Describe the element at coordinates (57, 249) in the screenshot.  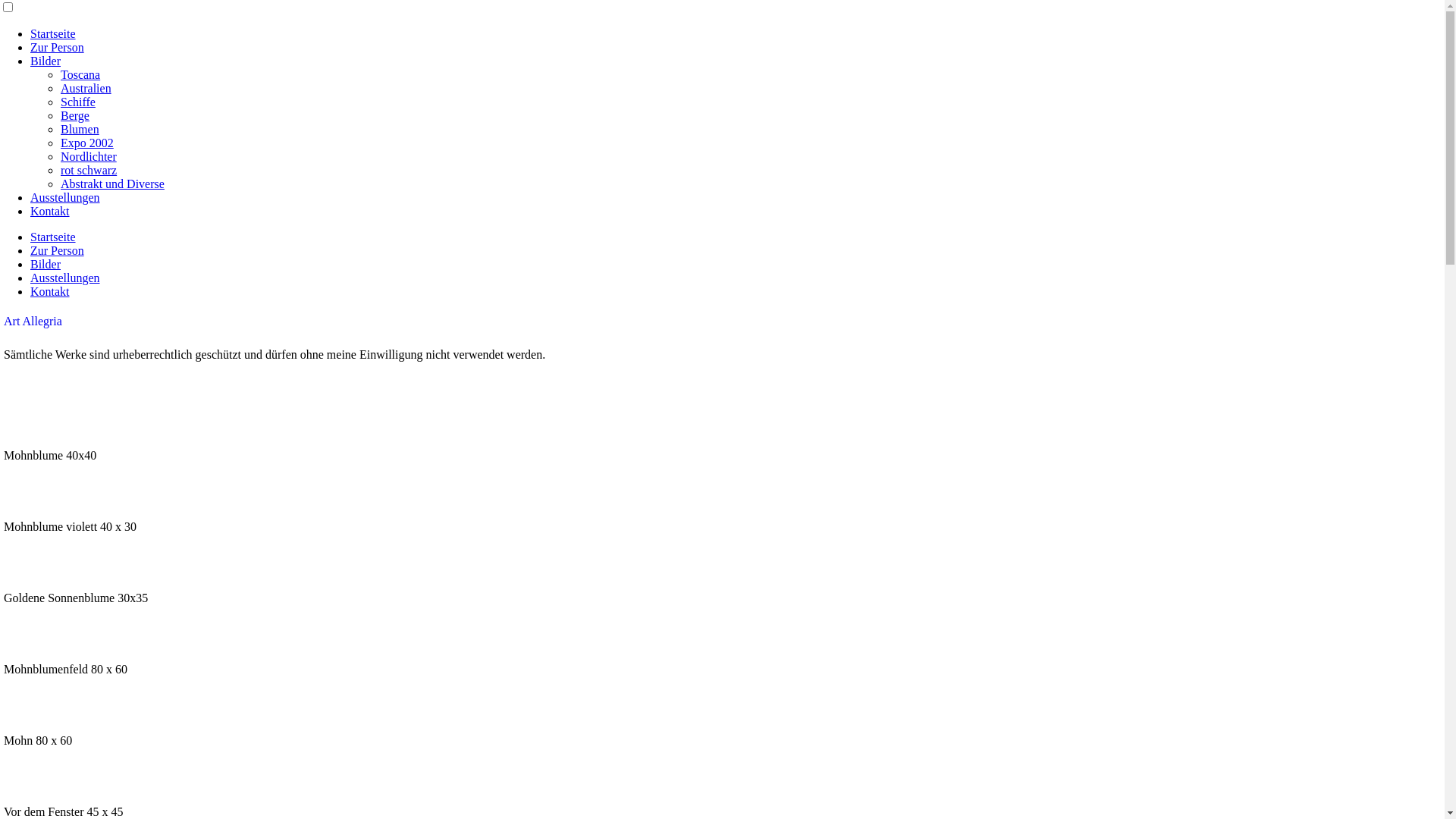
I see `'Zur Person'` at that location.